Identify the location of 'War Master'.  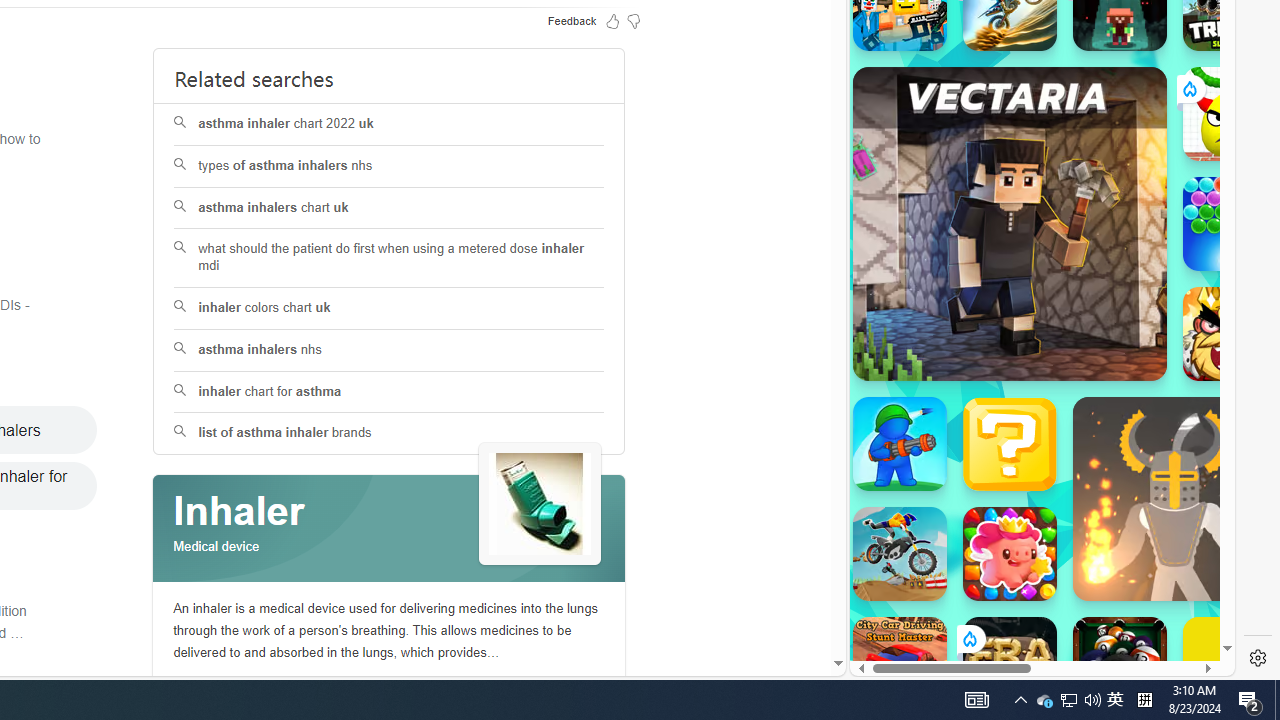
(898, 442).